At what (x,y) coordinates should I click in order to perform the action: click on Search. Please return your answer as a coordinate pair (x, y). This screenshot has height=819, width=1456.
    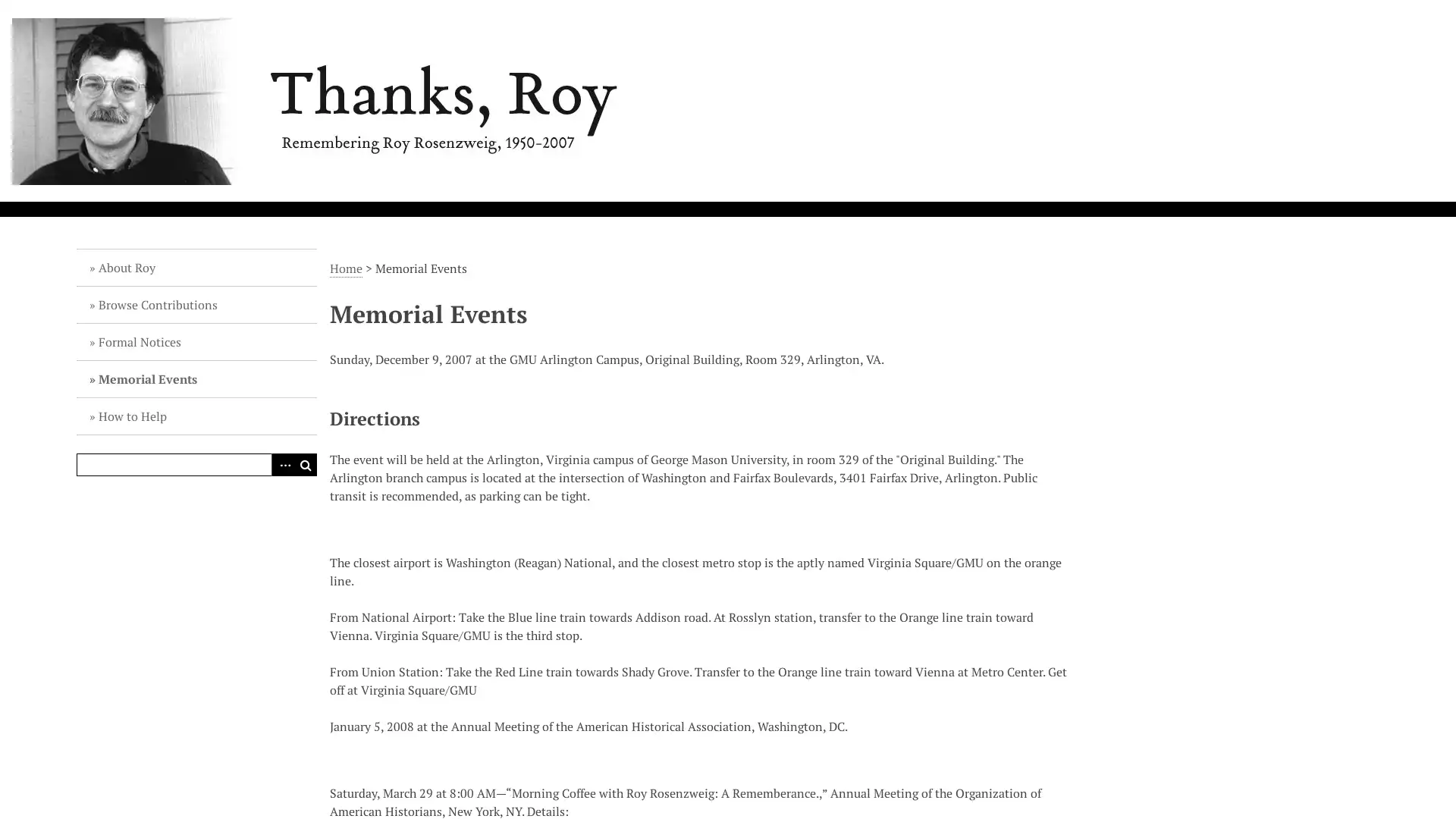
    Looking at the image, I should click on (305, 464).